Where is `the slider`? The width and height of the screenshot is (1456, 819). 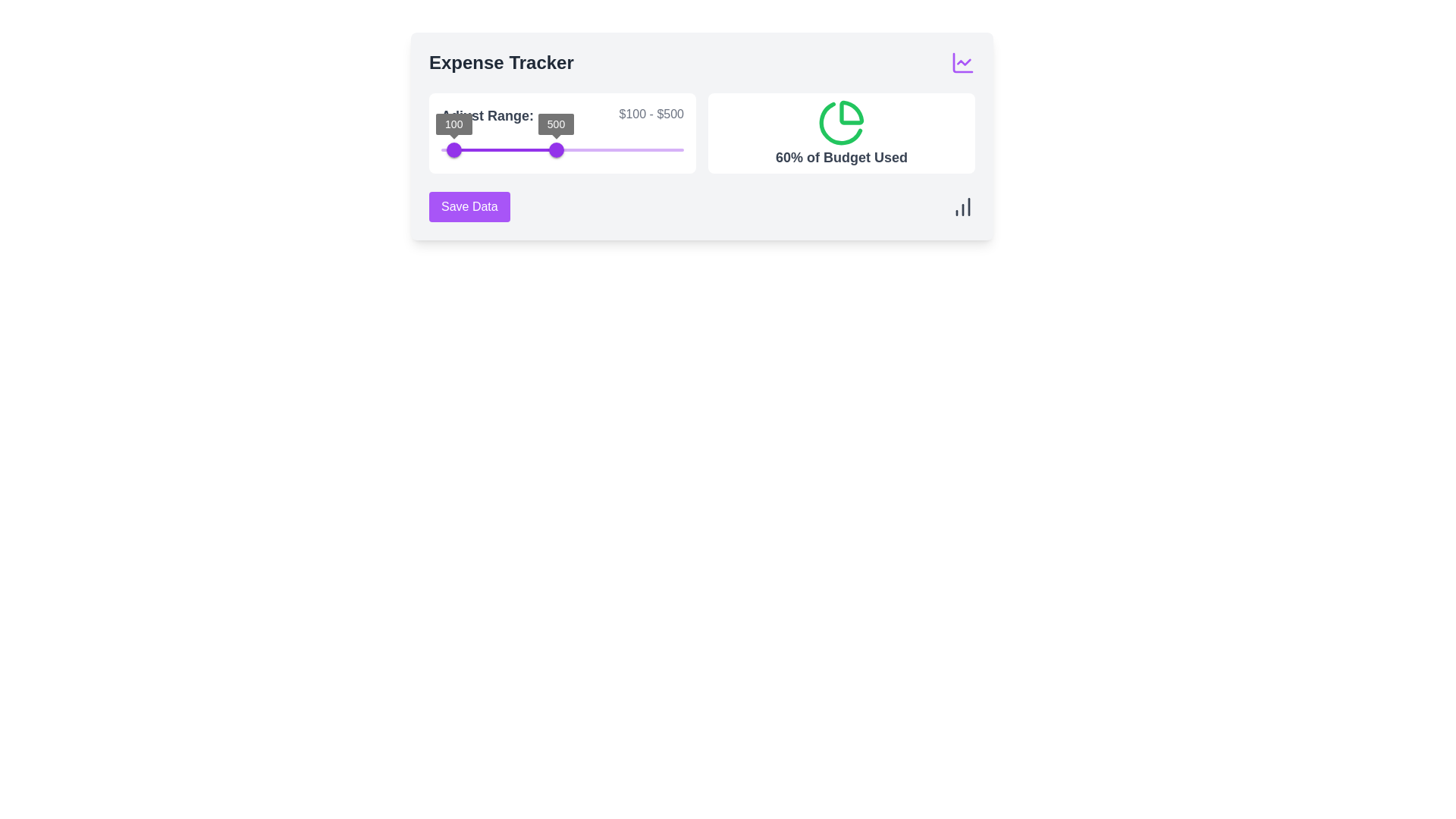
the slider is located at coordinates (605, 149).